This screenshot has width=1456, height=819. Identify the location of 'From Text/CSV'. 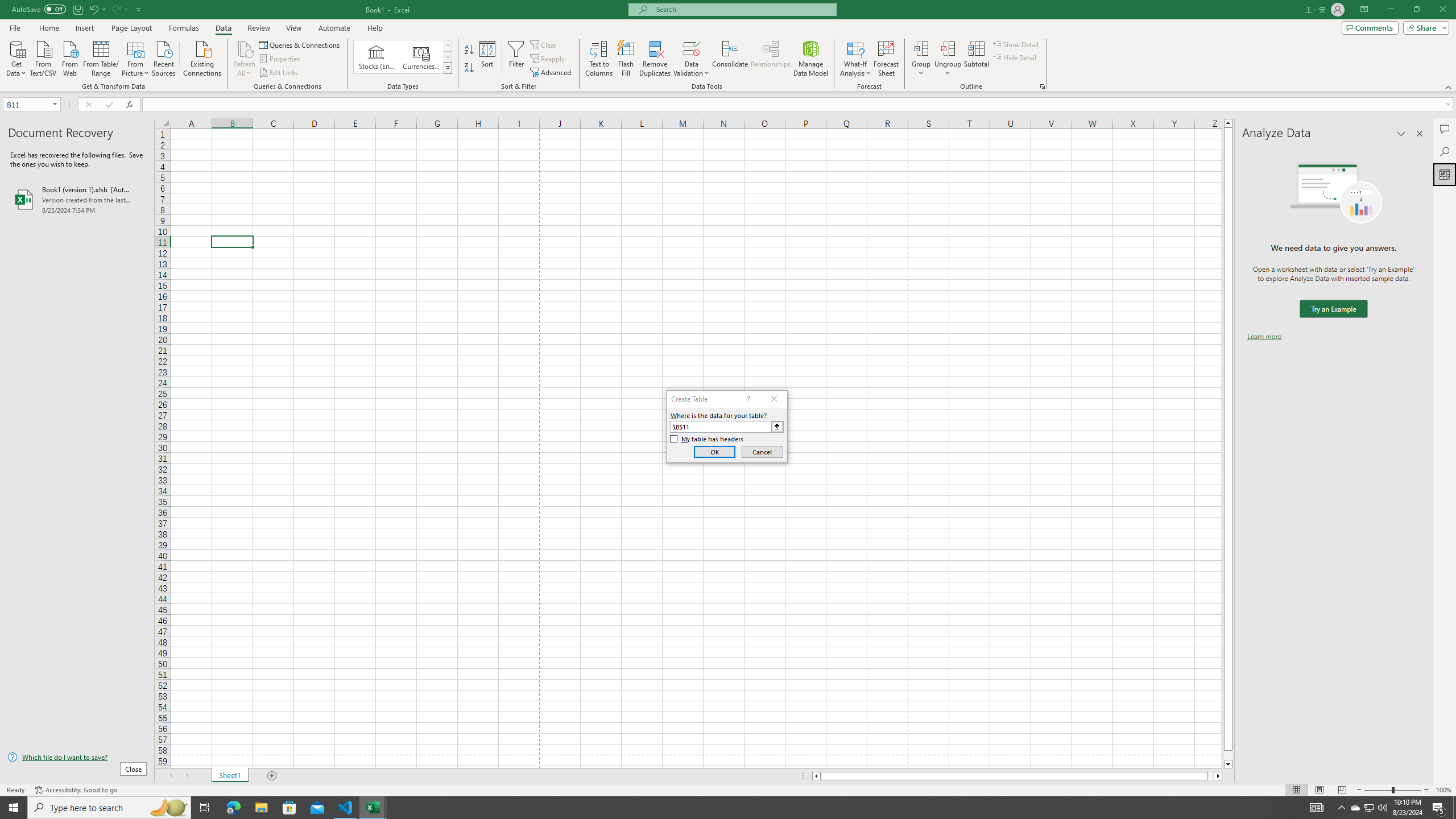
(43, 57).